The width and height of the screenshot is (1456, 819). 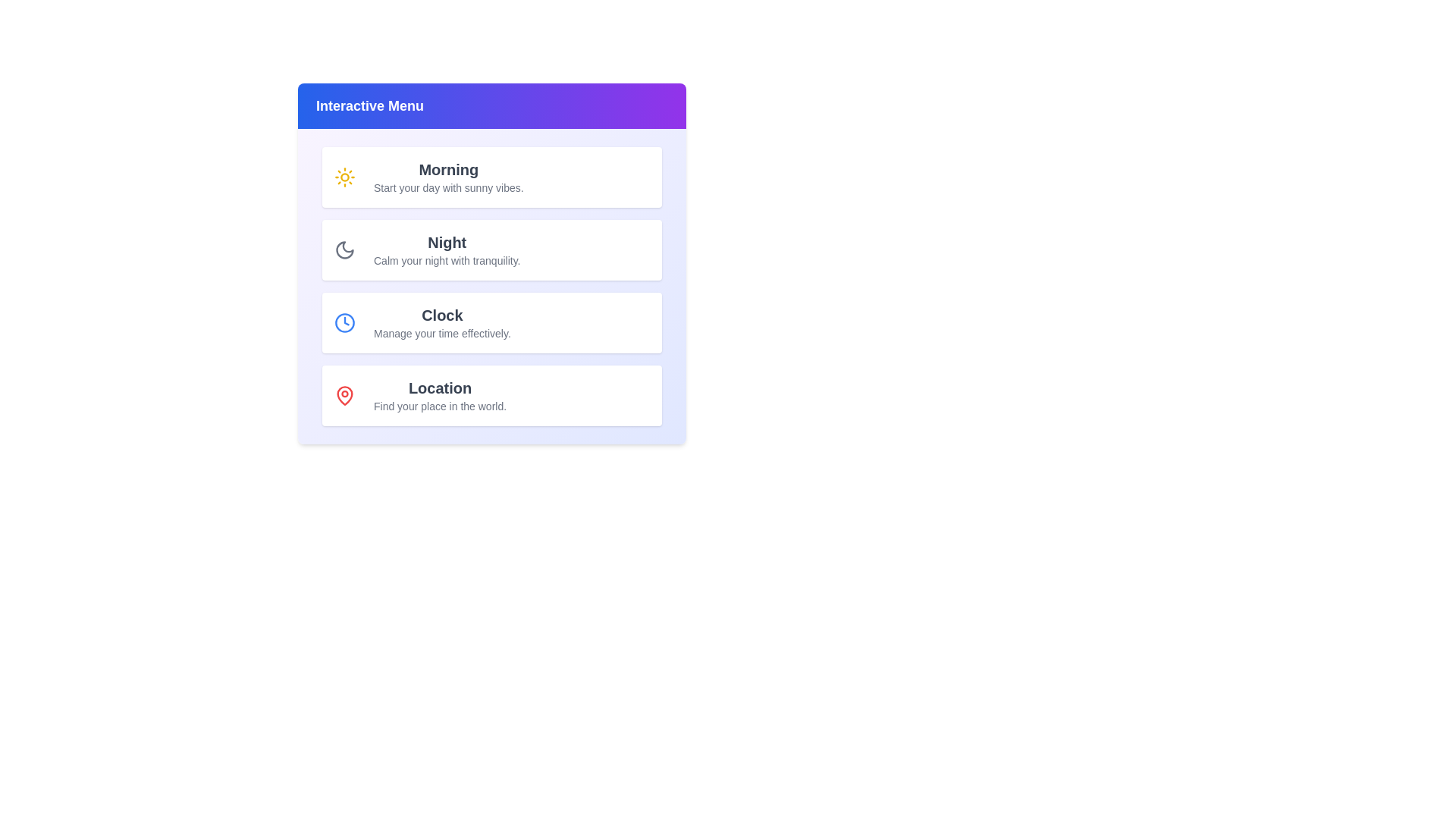 What do you see at coordinates (491, 177) in the screenshot?
I see `the Morning menu item to select it` at bounding box center [491, 177].